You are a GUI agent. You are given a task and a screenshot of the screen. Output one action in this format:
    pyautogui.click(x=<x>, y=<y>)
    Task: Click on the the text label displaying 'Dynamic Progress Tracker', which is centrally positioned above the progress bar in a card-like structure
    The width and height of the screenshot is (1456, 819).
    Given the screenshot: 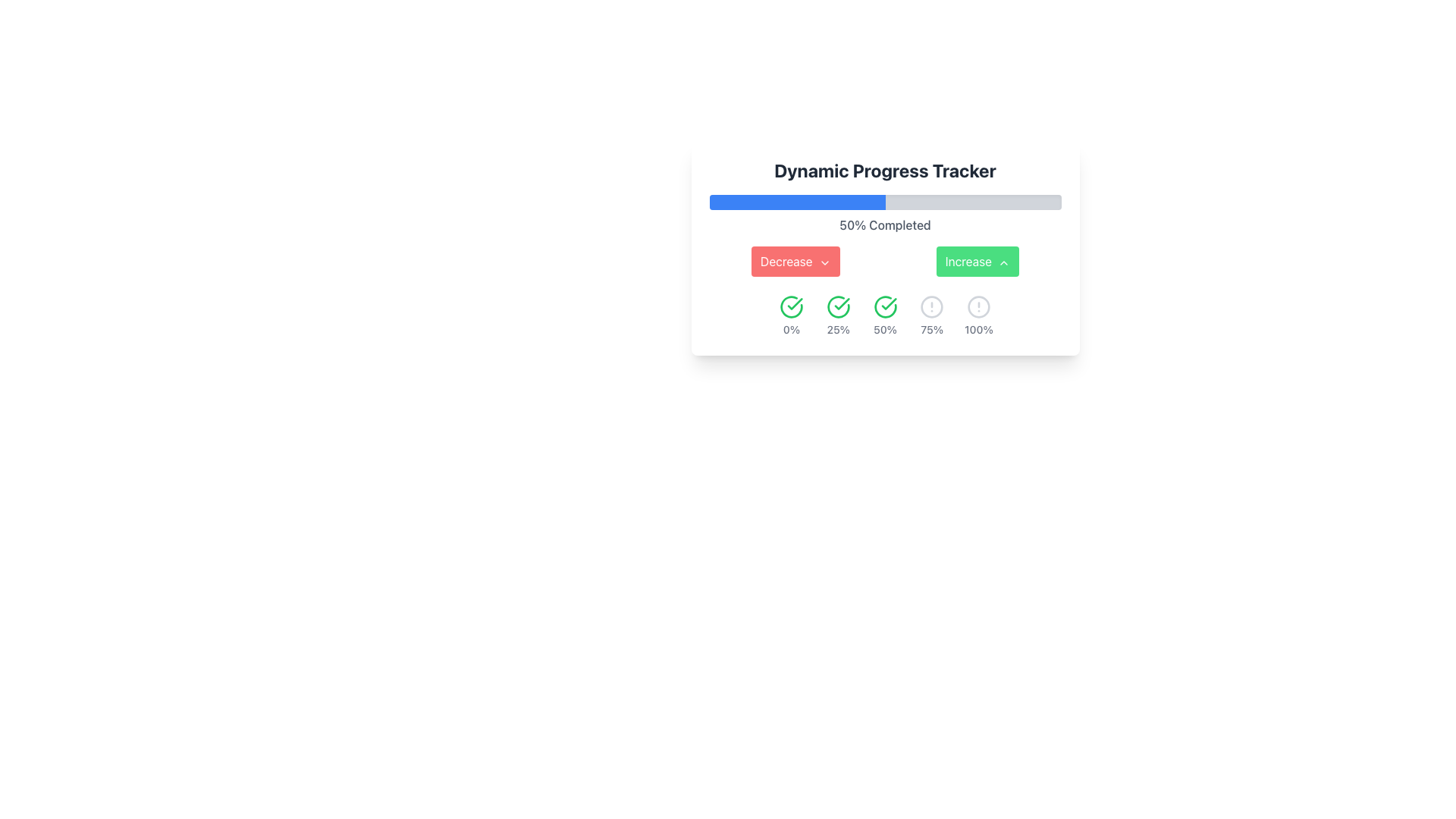 What is the action you would take?
    pyautogui.click(x=885, y=170)
    